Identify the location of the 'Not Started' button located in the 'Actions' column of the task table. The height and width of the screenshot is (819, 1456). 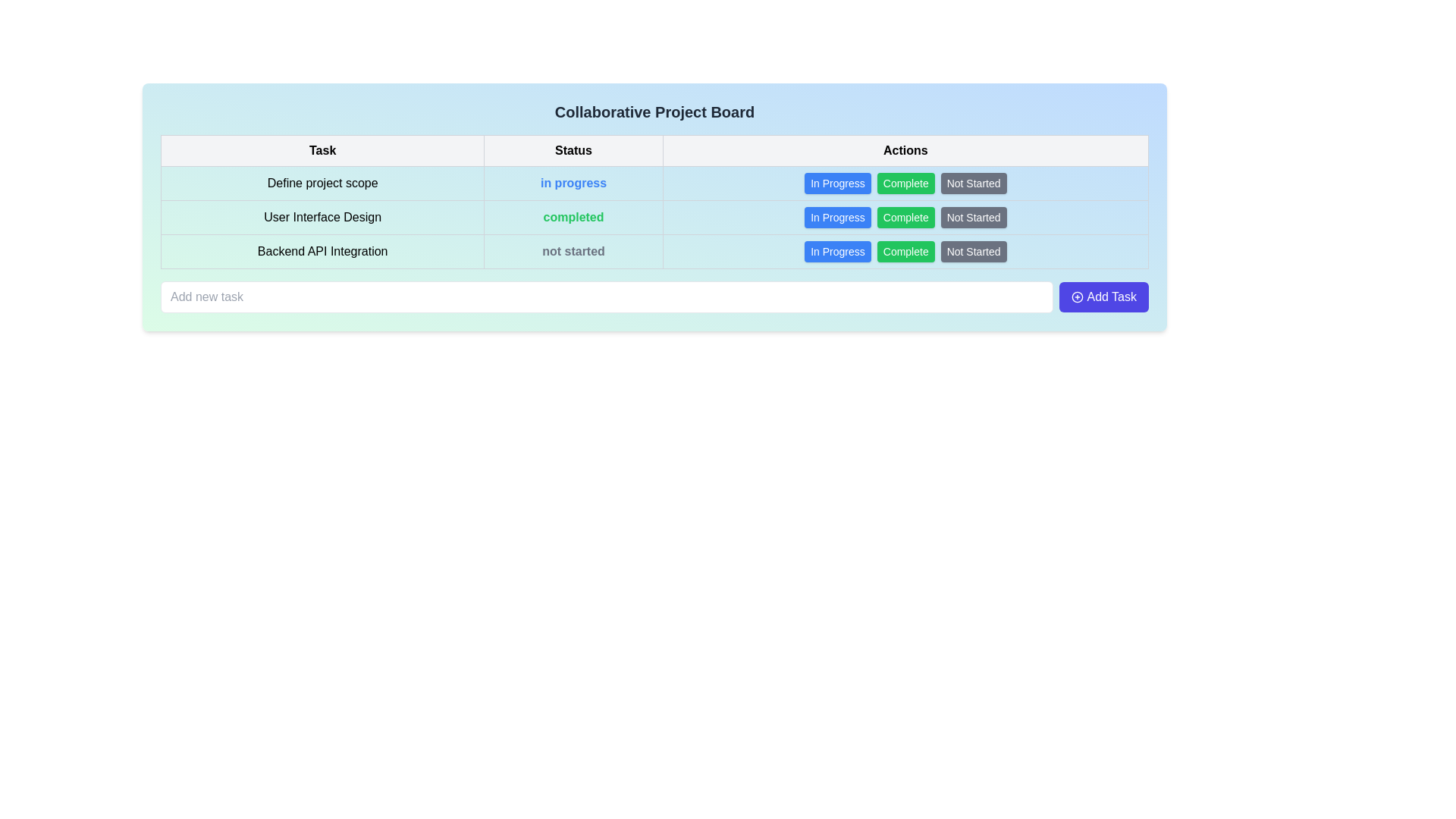
(973, 183).